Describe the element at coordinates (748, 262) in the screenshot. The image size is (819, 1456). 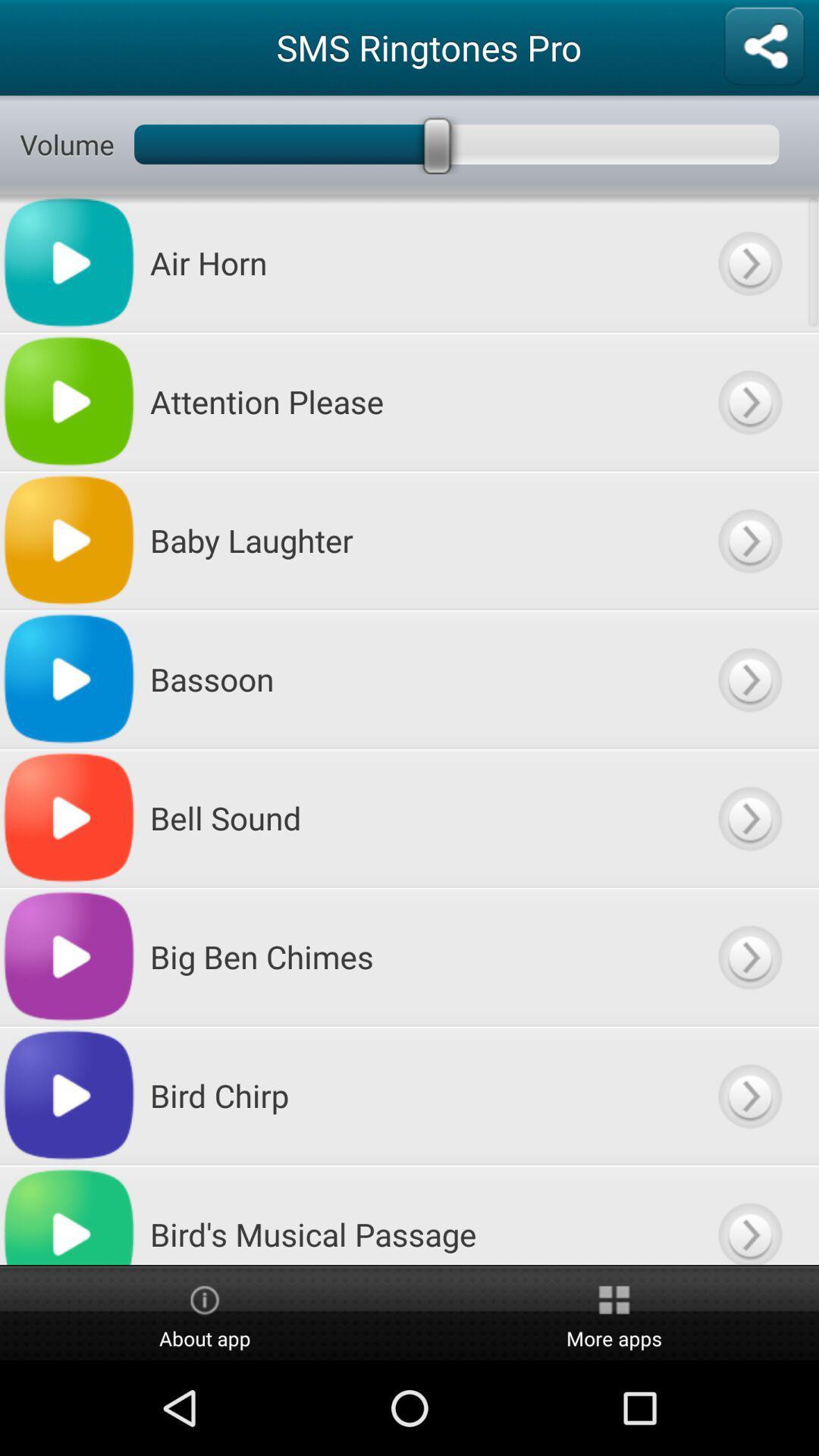
I see `see more options about this ringtone` at that location.